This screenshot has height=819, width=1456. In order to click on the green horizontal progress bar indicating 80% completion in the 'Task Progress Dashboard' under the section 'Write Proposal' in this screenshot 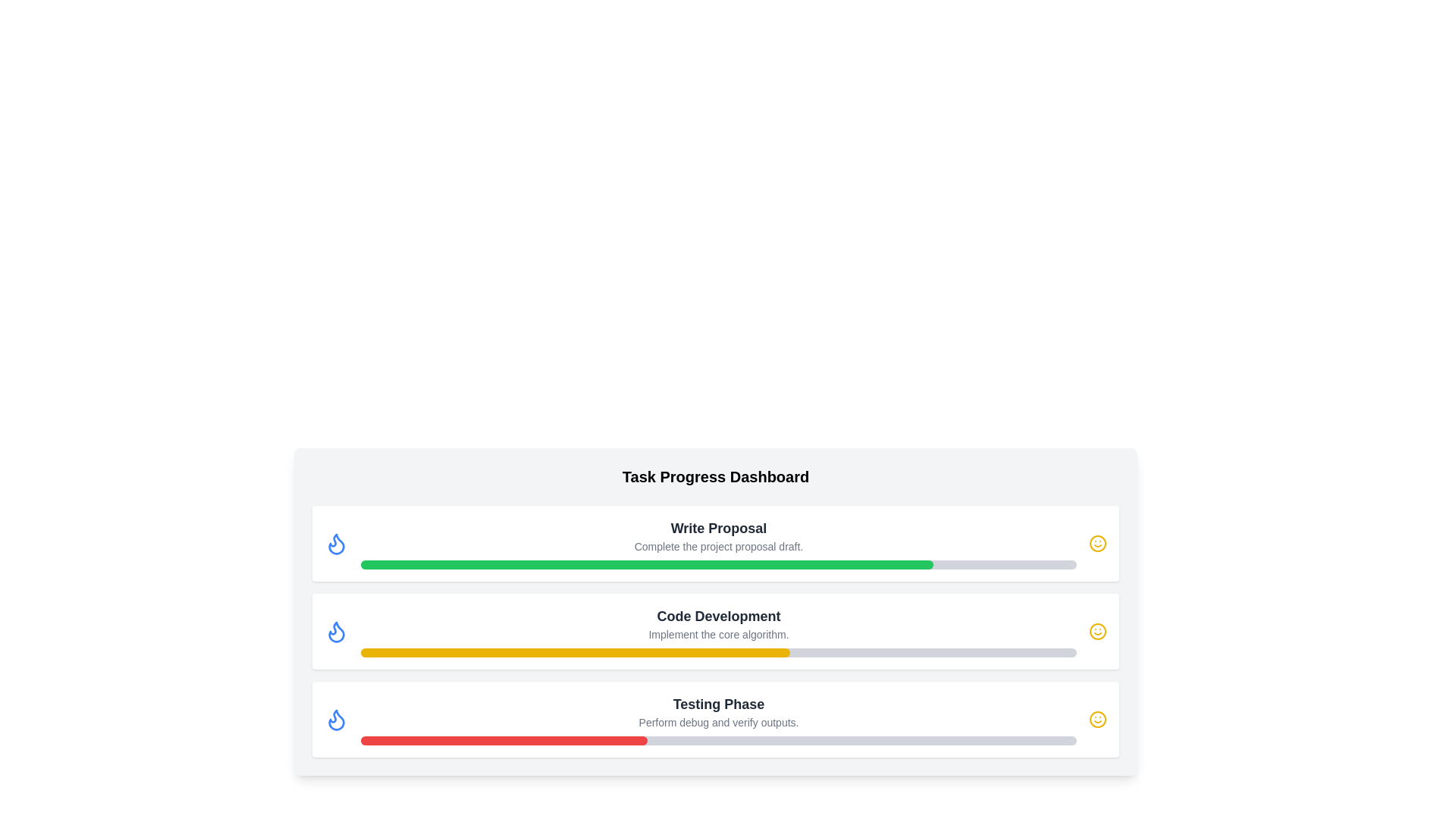, I will do `click(647, 564)`.